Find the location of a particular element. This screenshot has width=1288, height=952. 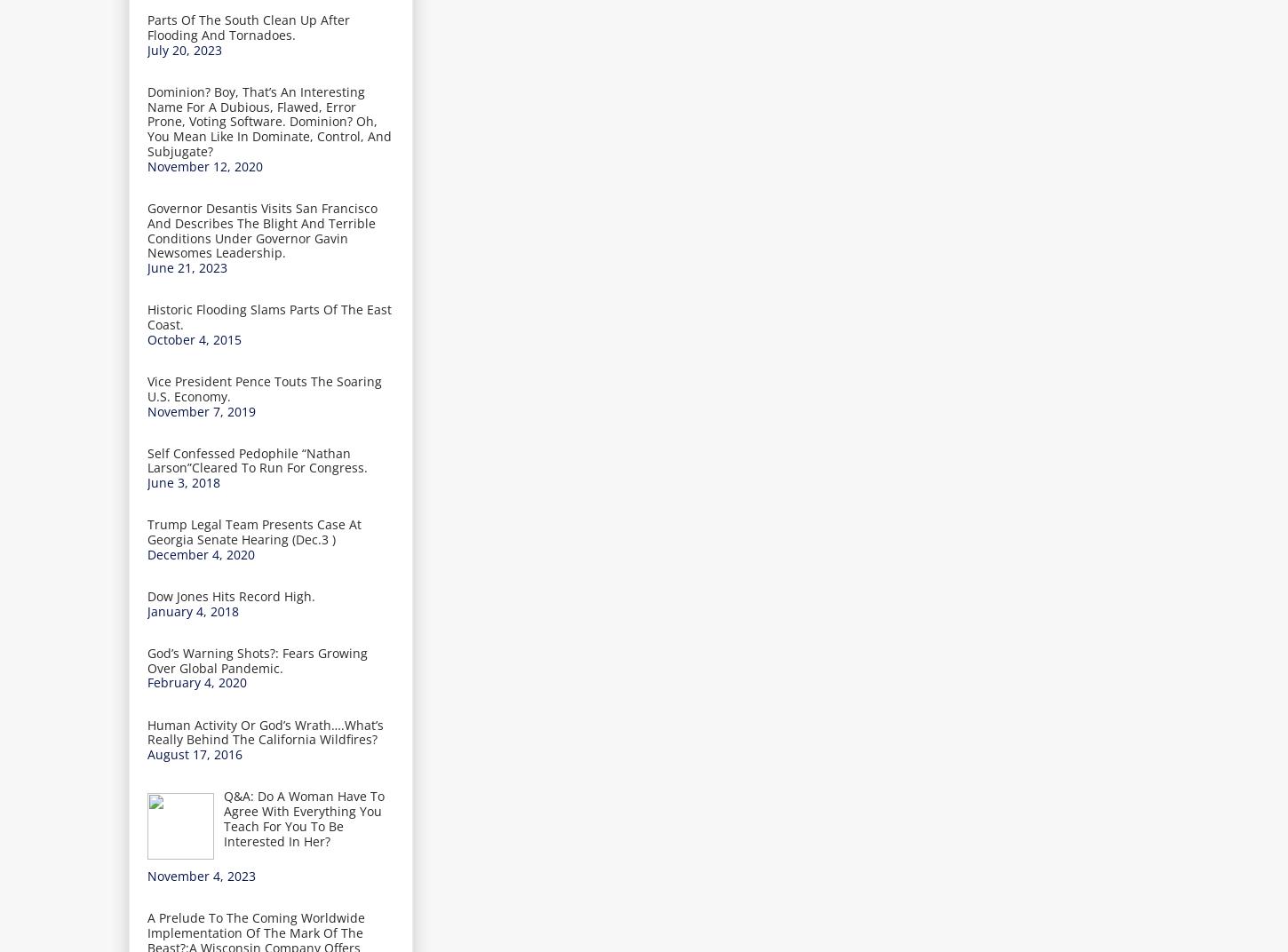

'June 3, 2018' is located at coordinates (183, 481).